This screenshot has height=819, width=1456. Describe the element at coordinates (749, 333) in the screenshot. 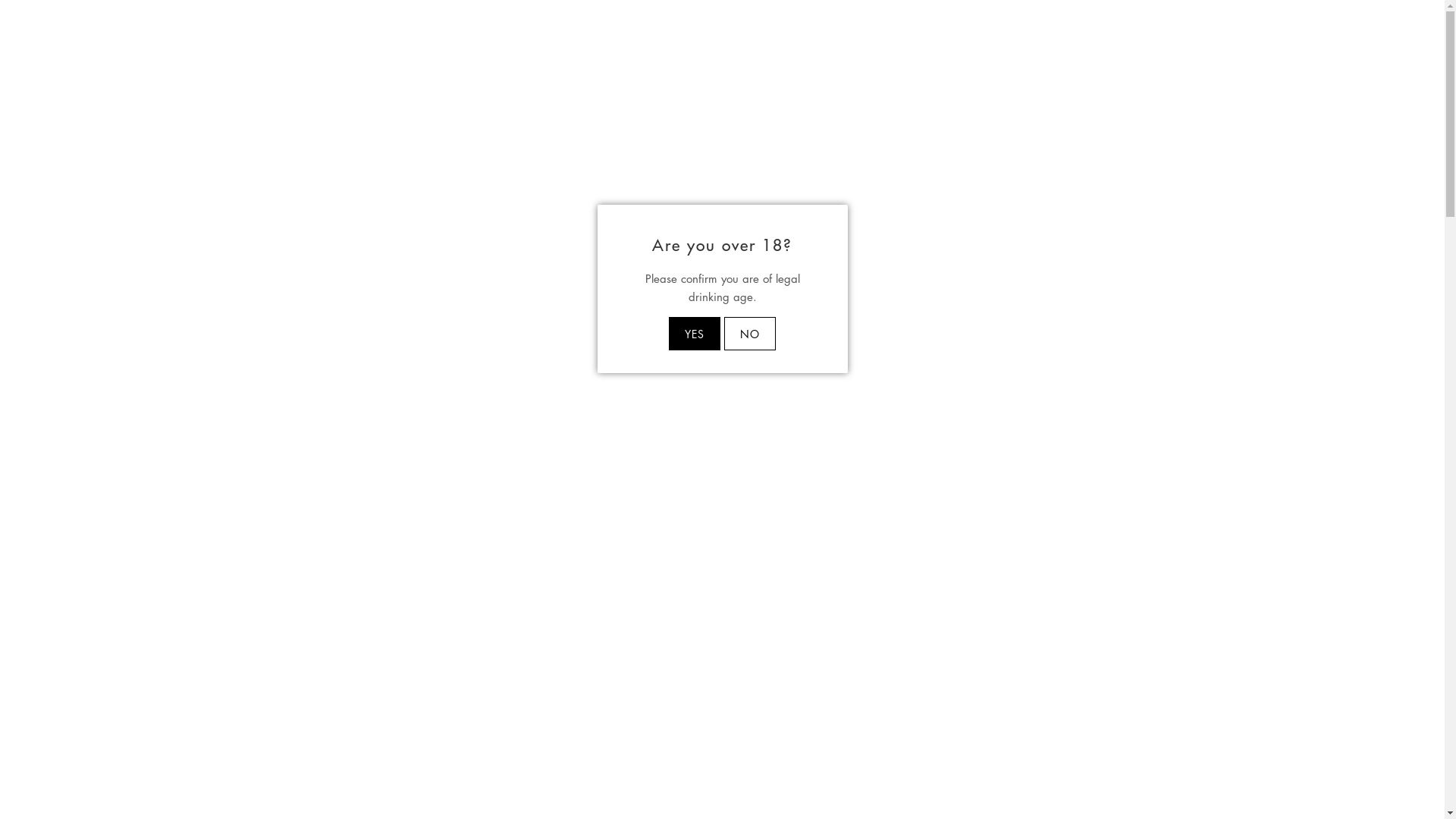

I see `'NO'` at that location.